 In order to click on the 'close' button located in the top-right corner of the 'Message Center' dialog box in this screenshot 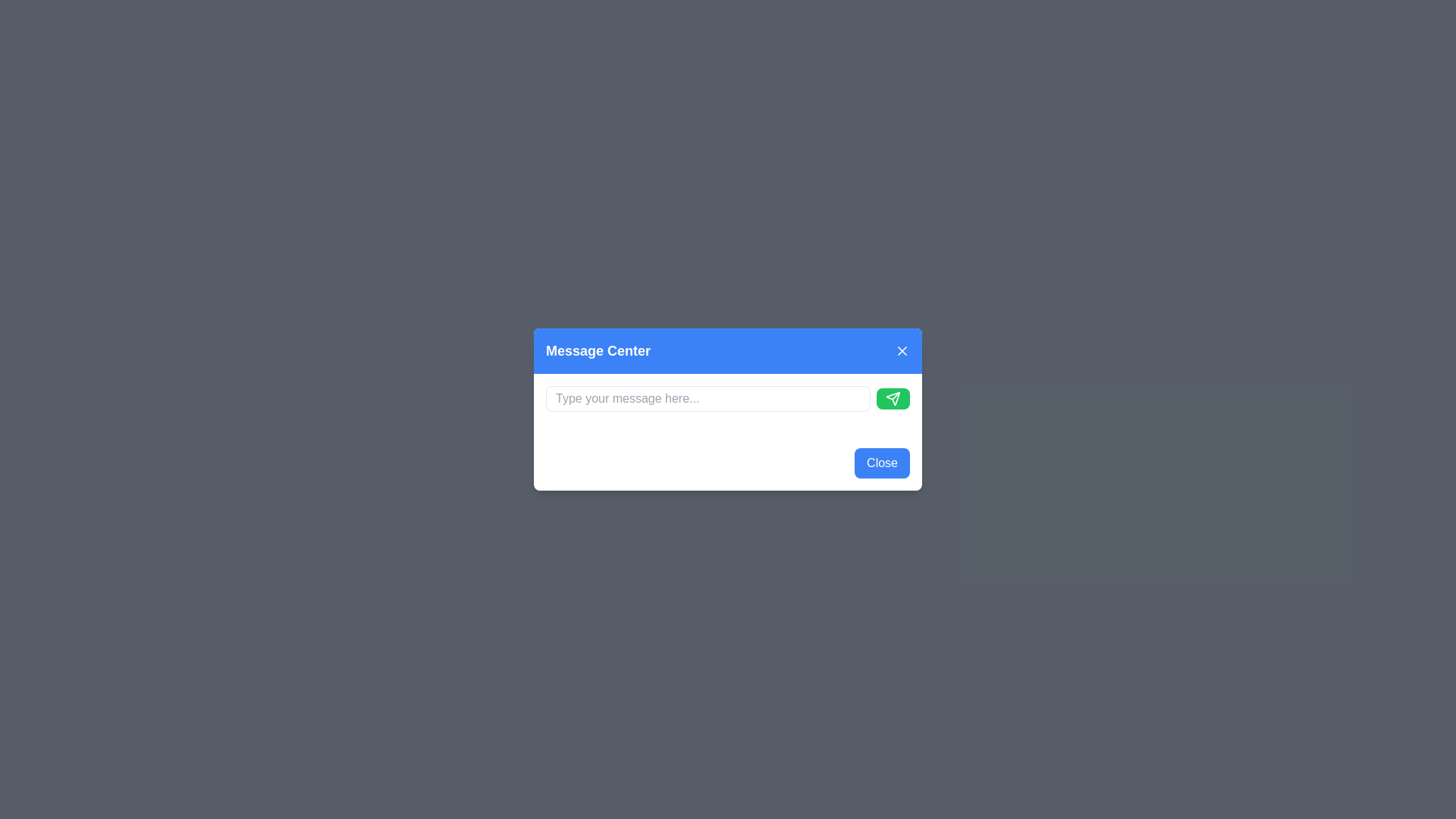, I will do `click(902, 350)`.